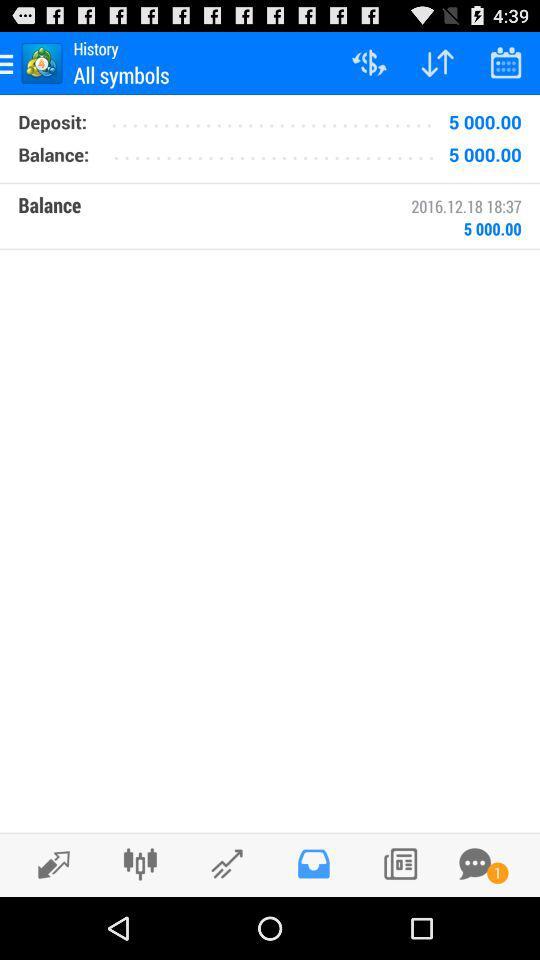 The height and width of the screenshot is (960, 540). I want to click on buy or sell, so click(48, 863).